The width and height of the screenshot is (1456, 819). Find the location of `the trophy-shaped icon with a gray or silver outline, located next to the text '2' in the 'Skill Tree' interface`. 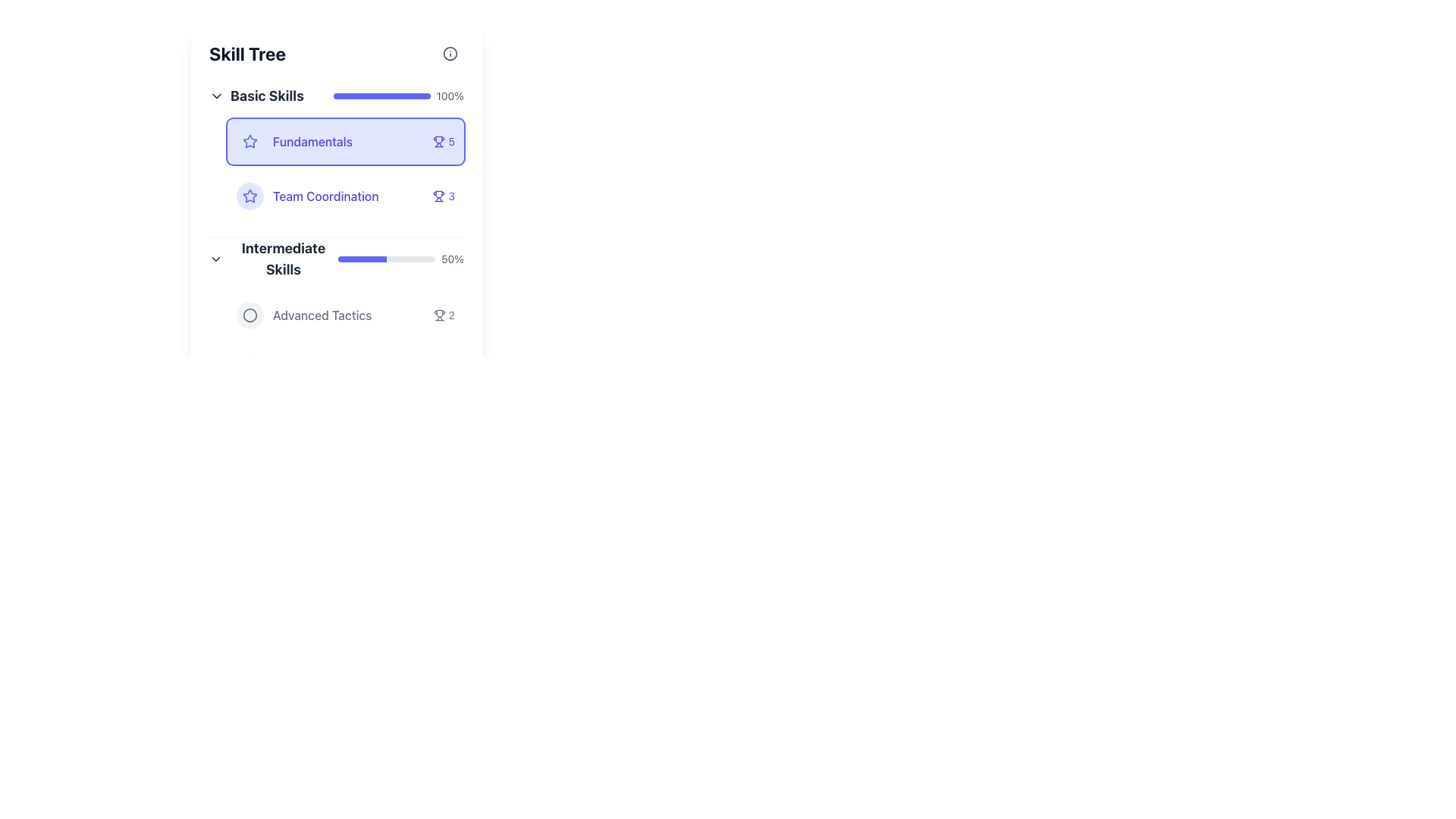

the trophy-shaped icon with a gray or silver outline, located next to the text '2' in the 'Skill Tree' interface is located at coordinates (438, 315).